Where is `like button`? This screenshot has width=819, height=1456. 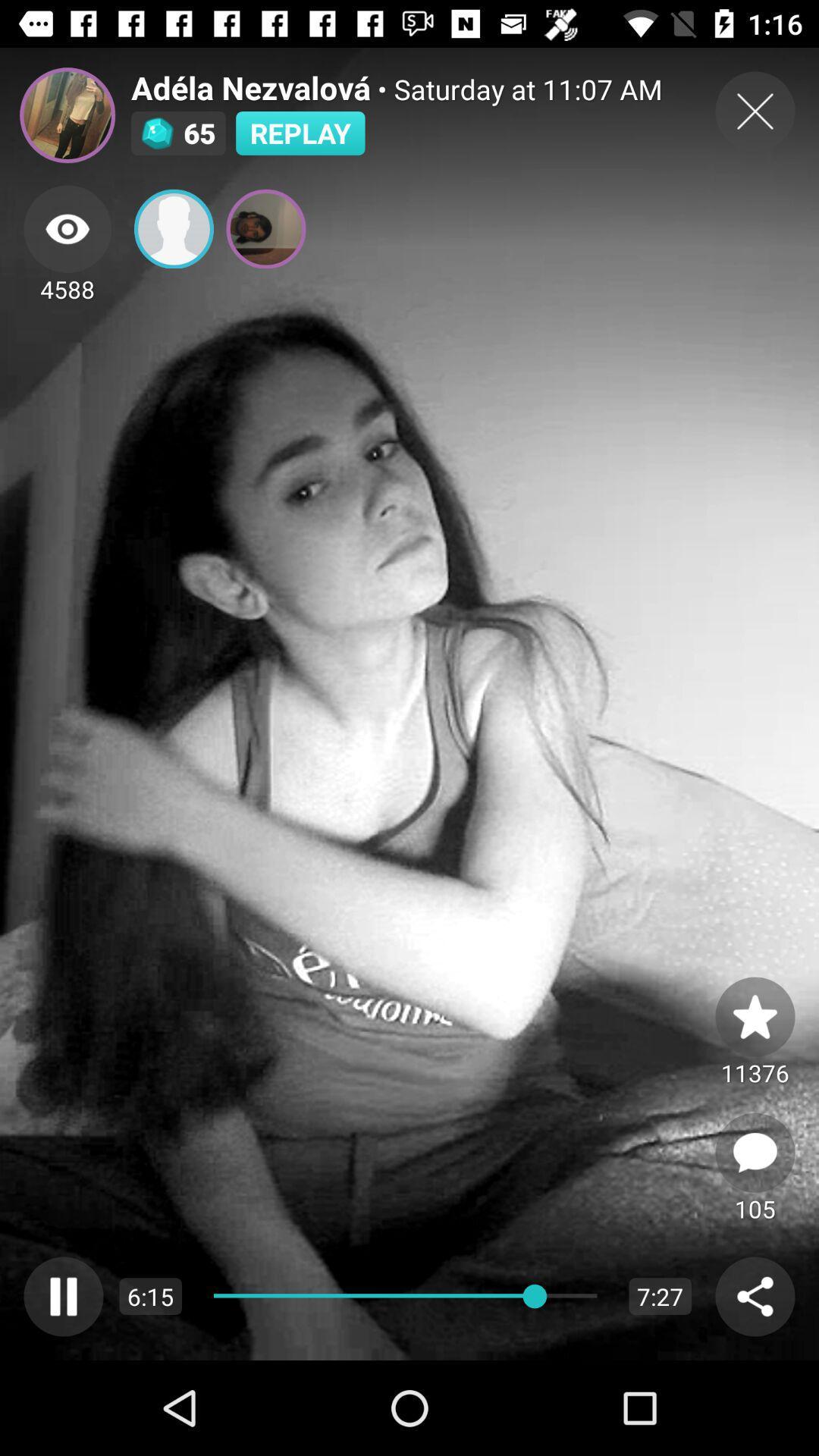
like button is located at coordinates (755, 1016).